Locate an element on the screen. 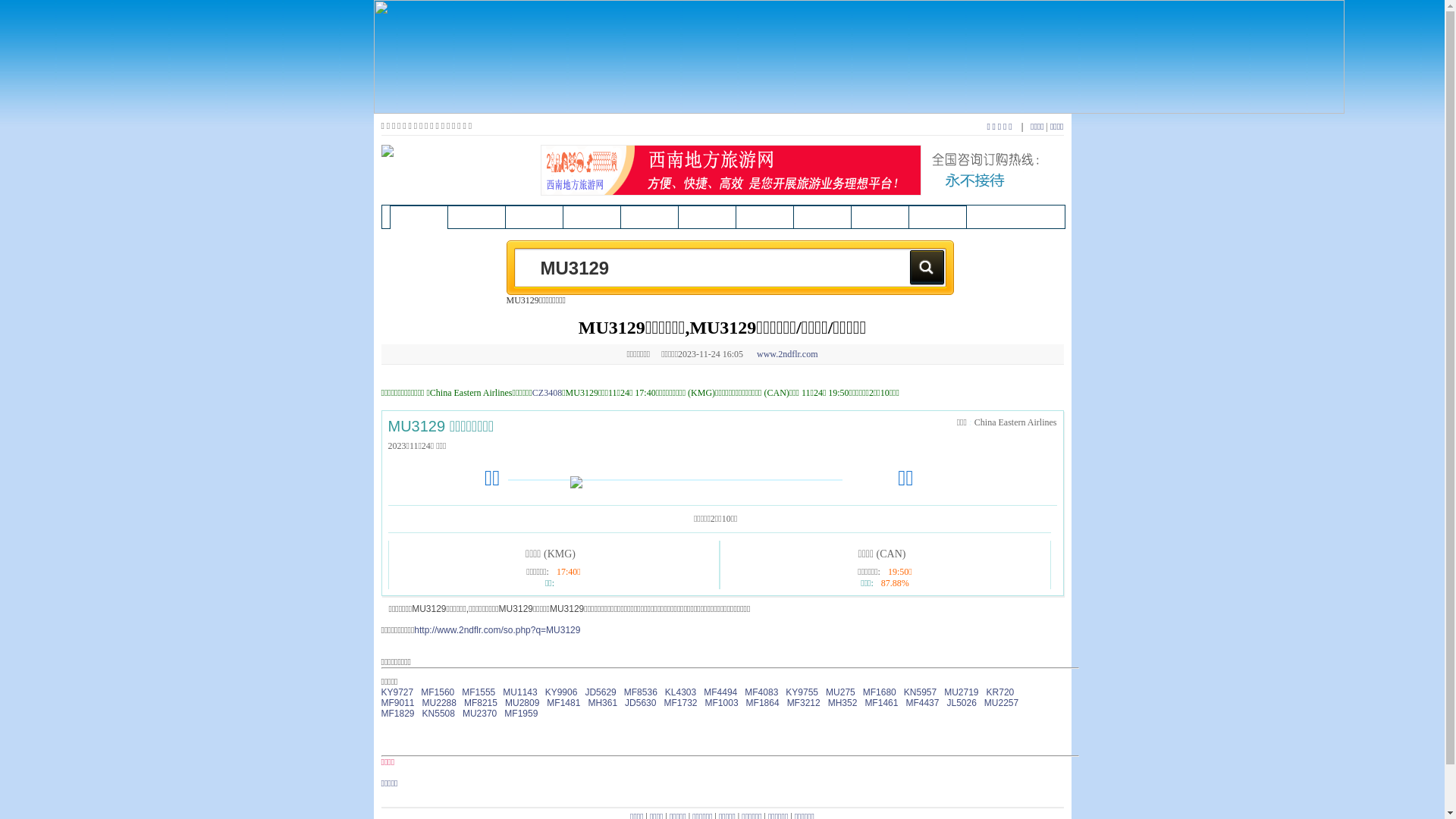  'MF1560' is located at coordinates (436, 692).